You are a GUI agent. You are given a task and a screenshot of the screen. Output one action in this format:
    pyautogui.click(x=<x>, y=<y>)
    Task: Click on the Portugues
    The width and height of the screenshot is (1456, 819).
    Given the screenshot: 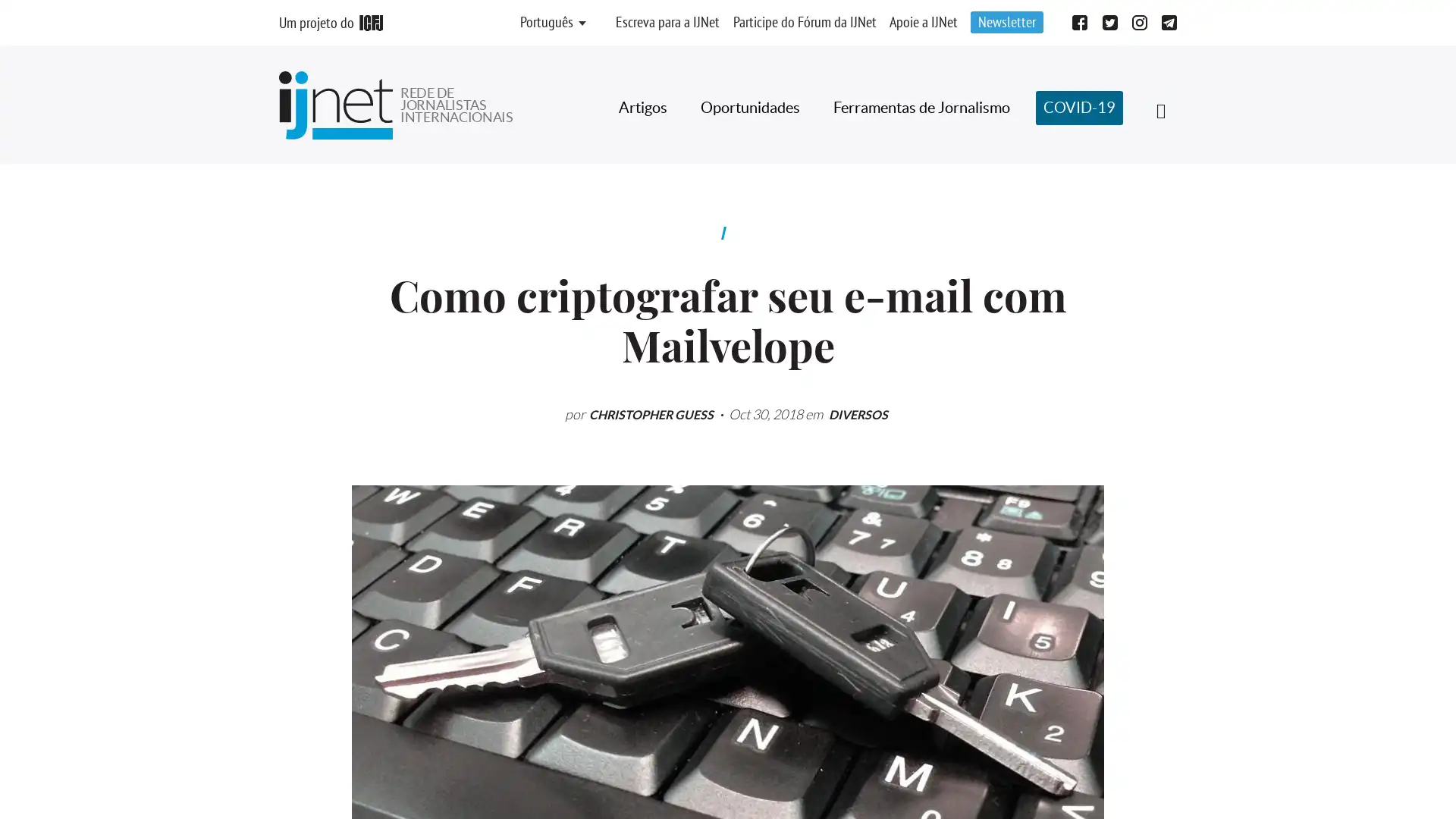 What is the action you would take?
    pyautogui.click(x=546, y=23)
    